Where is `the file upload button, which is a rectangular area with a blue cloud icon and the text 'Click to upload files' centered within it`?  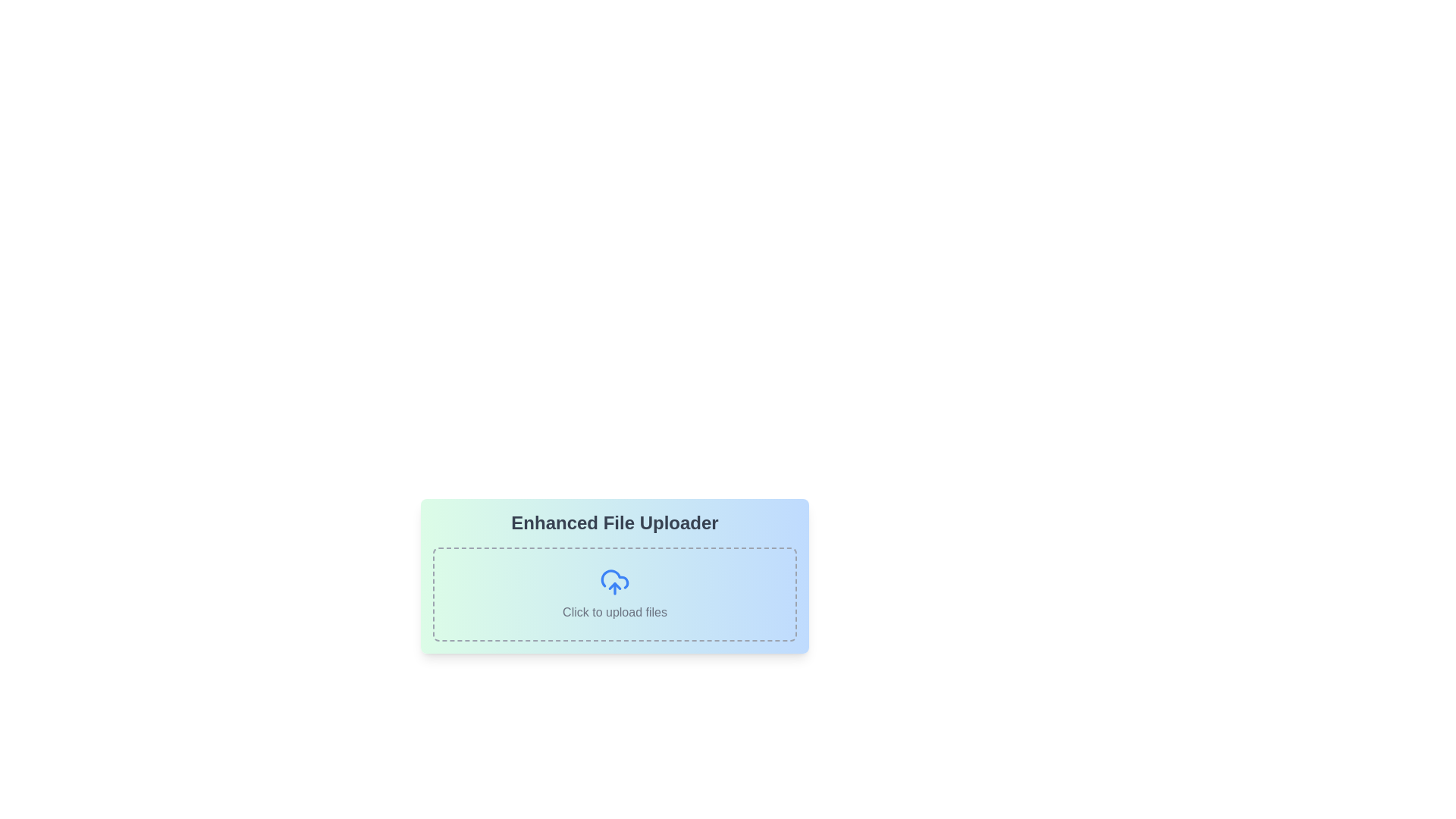 the file upload button, which is a rectangular area with a blue cloud icon and the text 'Click to upload files' centered within it is located at coordinates (615, 592).